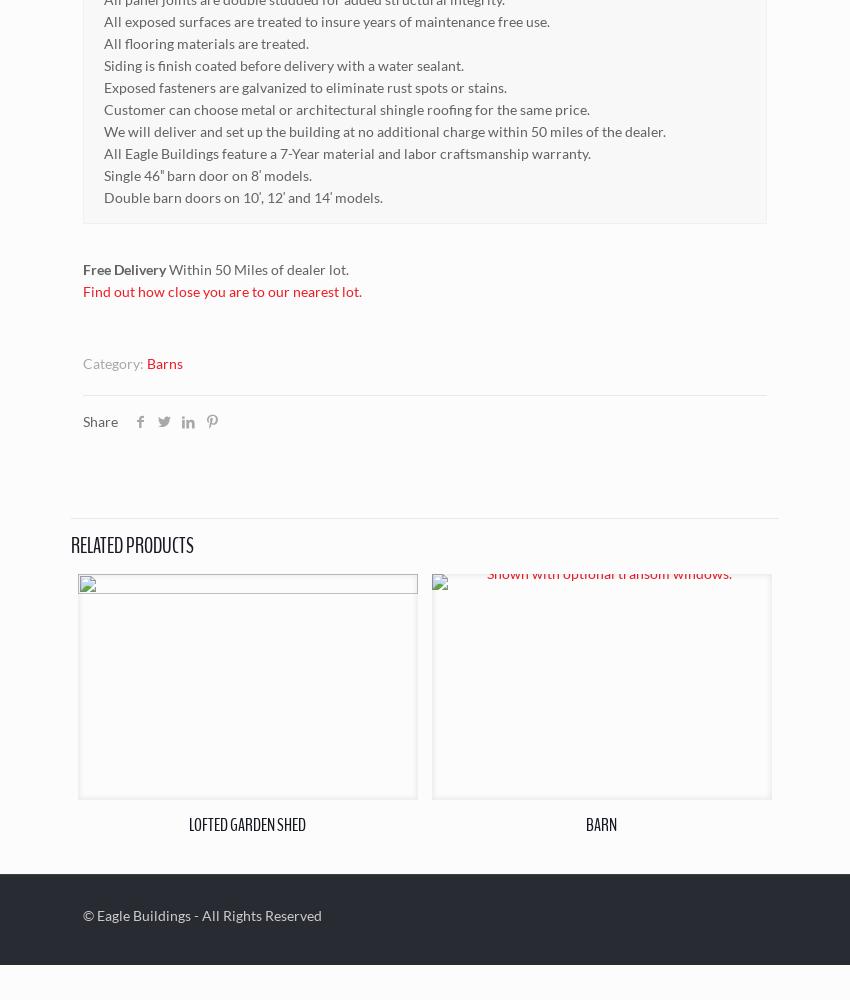 The image size is (850, 1000). What do you see at coordinates (82, 268) in the screenshot?
I see `'Free Delivery'` at bounding box center [82, 268].